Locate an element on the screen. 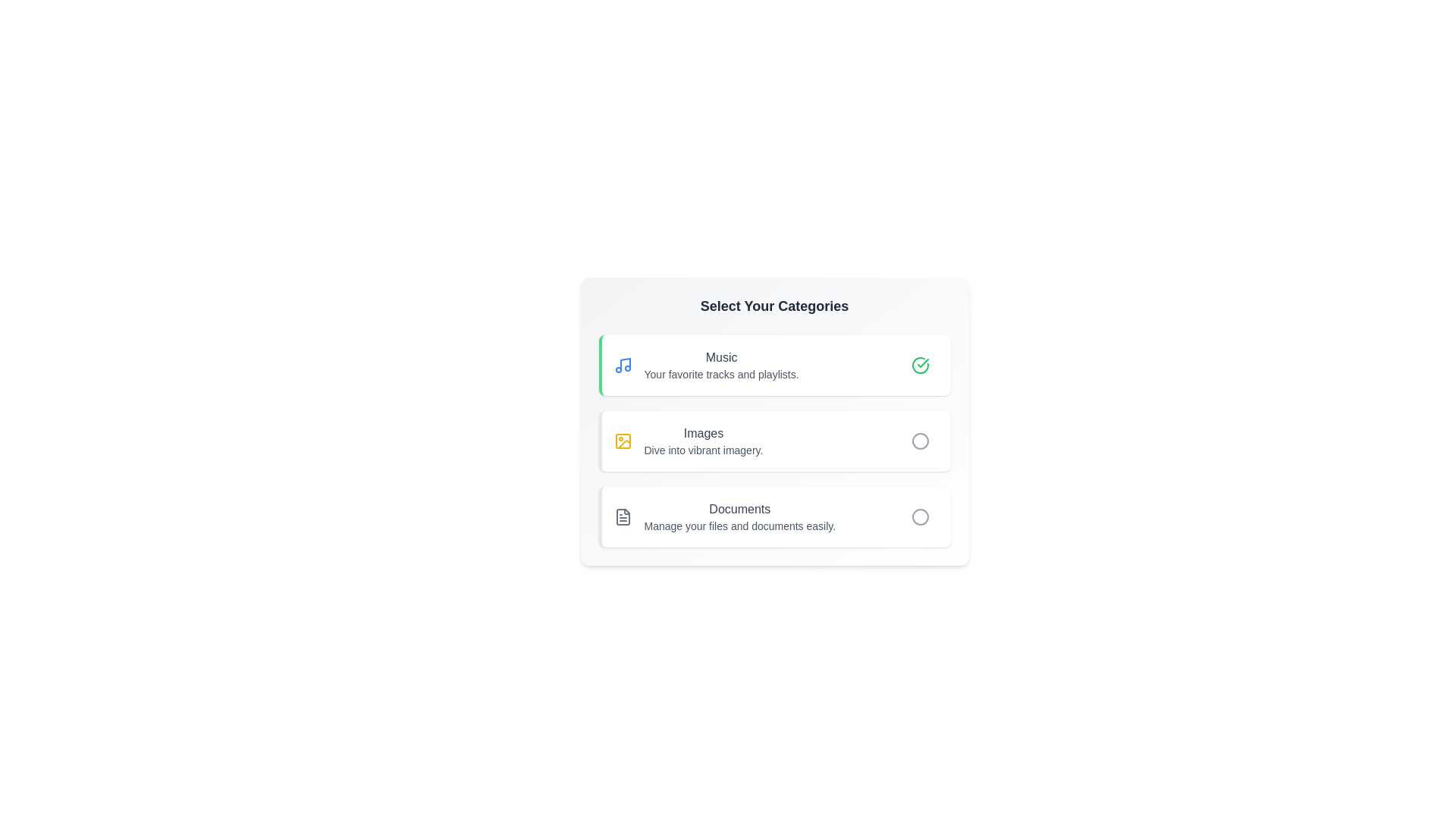 This screenshot has width=1456, height=819. the category Images is located at coordinates (774, 441).